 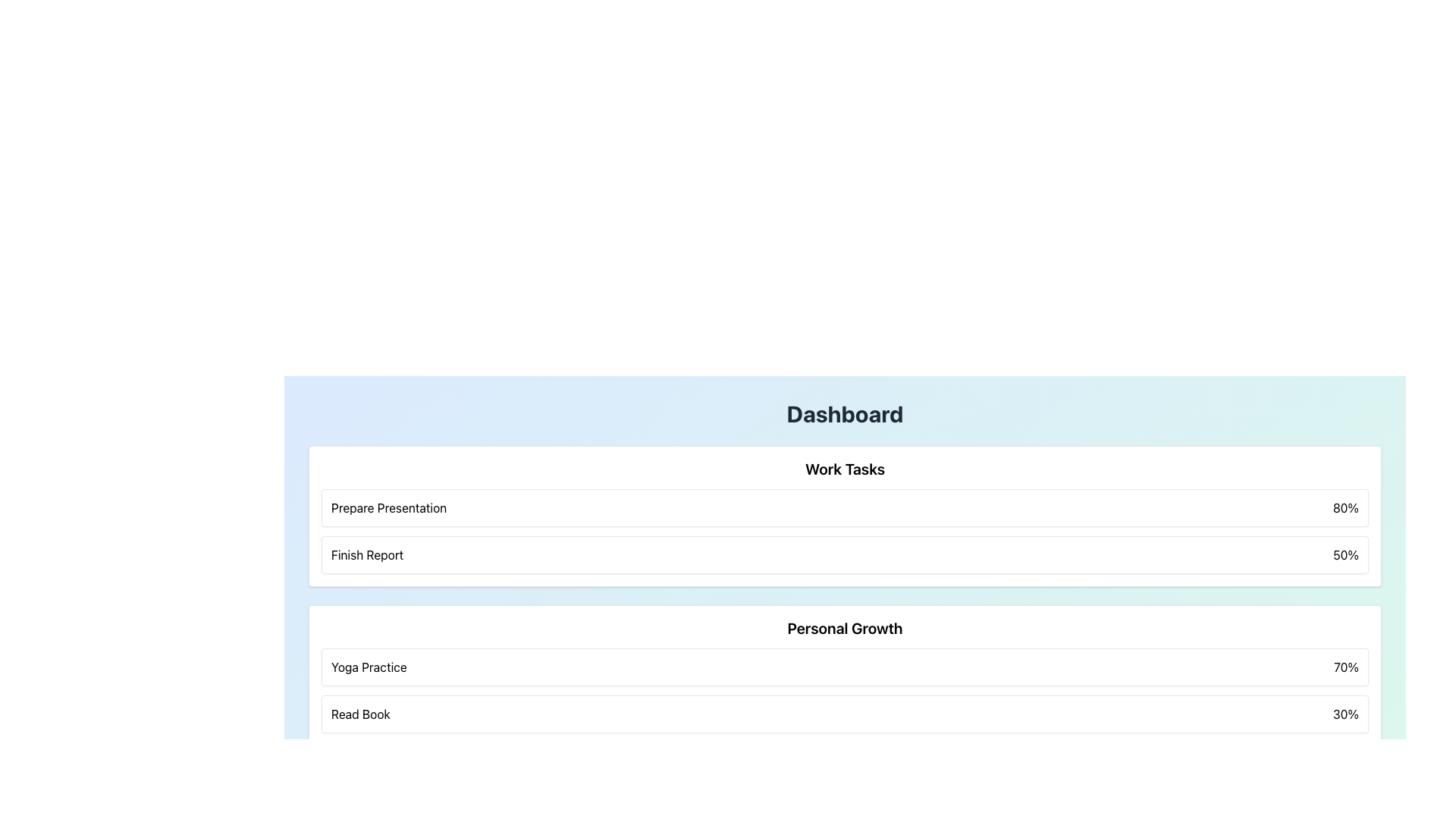 What do you see at coordinates (844, 629) in the screenshot?
I see `the Text Label that serves as the header for personal growth activities, located at the top of the section before 'Yoga Practice' and 'Read Book'` at bounding box center [844, 629].